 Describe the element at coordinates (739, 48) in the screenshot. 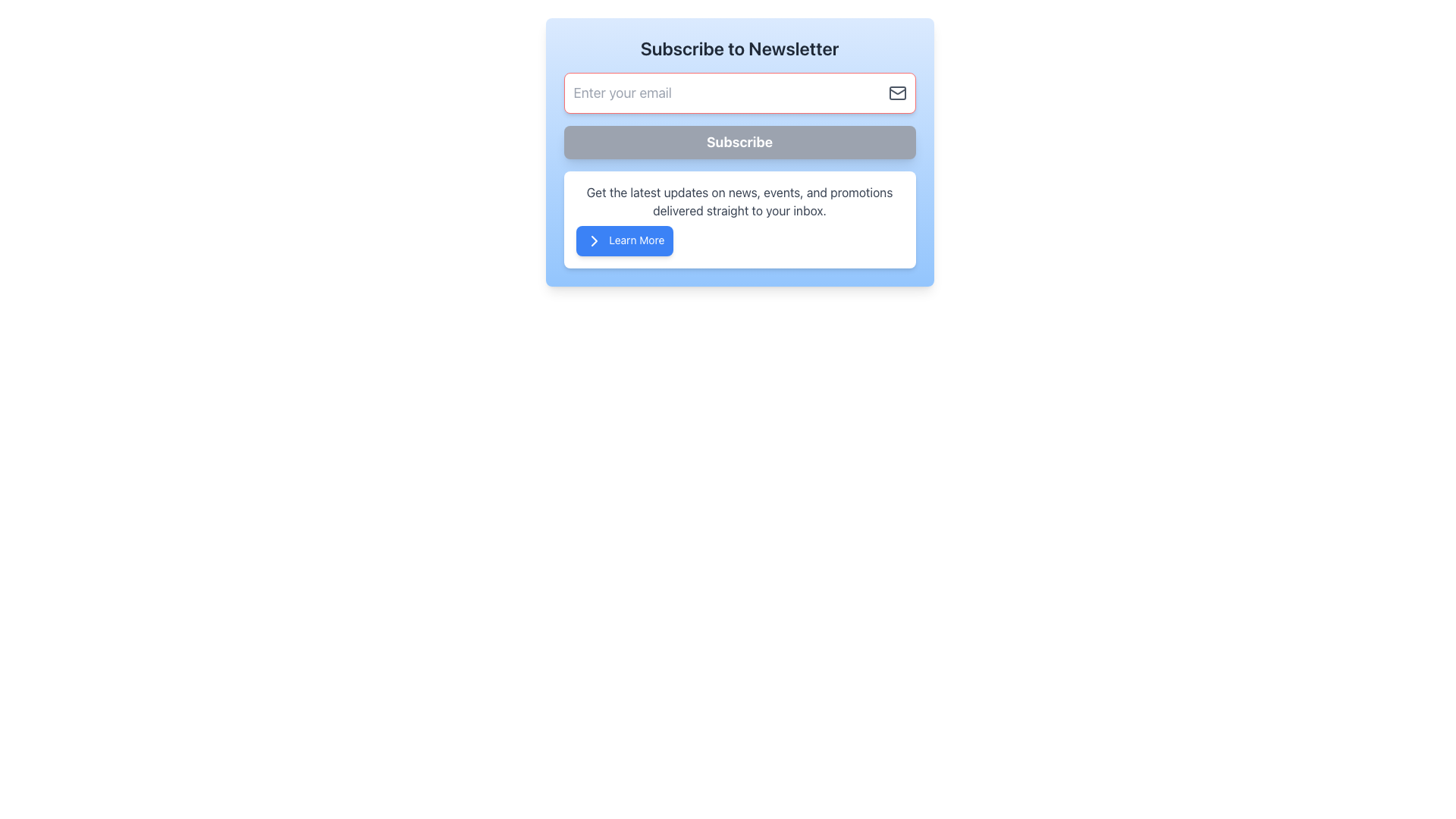

I see `prominent heading text 'Subscribe to Newsletter' located at the top of the light blue rectangle interface, which is horizontally centered and above the email input field` at that location.